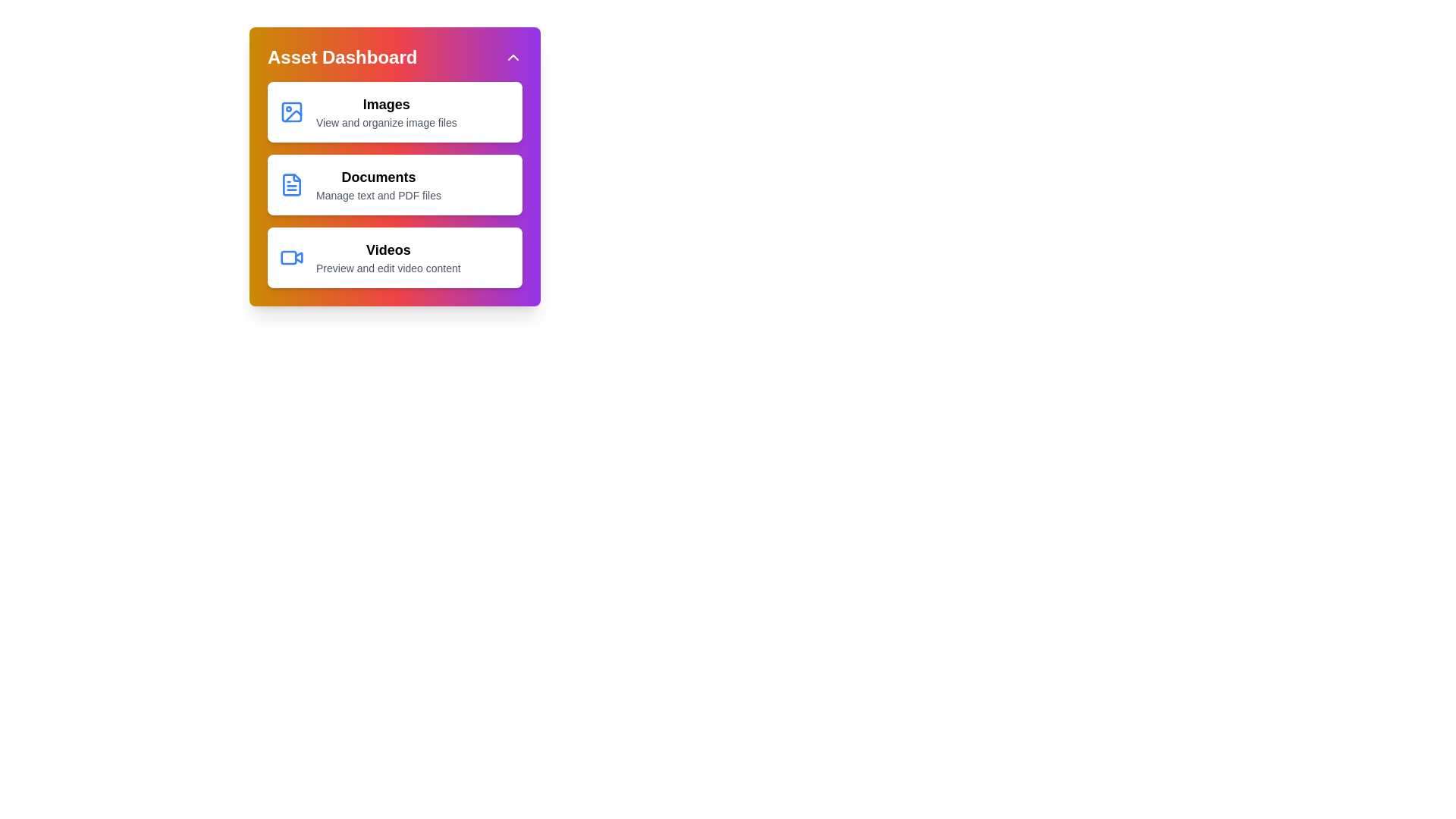 This screenshot has height=819, width=1456. I want to click on the chevron button to toggle the dashboard visibility, so click(513, 57).